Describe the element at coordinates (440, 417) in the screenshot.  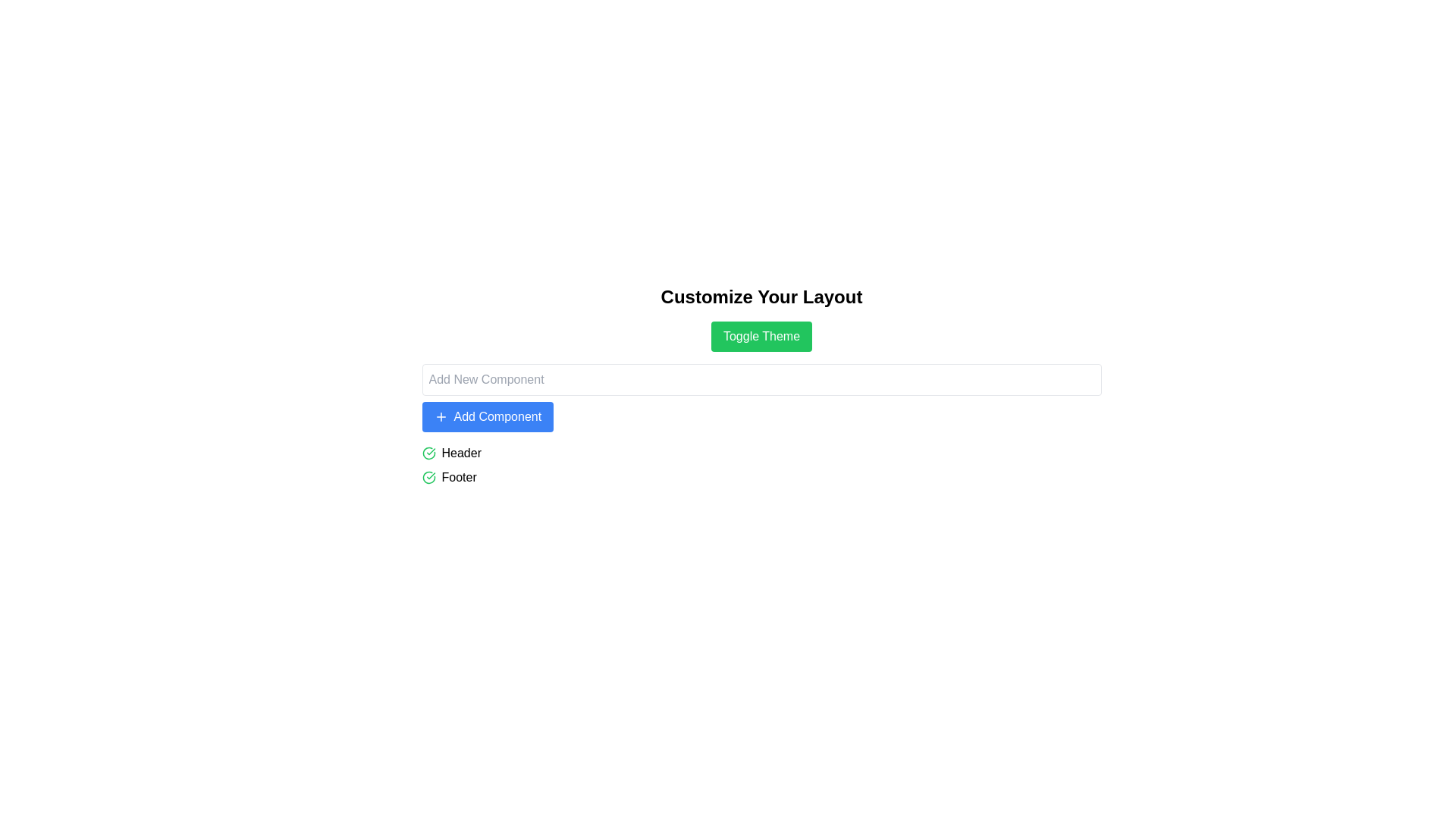
I see `the SVG plus icon located within the 'Add Component' button, which is a small icon with a stroke and round edges, positioned to the left of the button's text` at that location.